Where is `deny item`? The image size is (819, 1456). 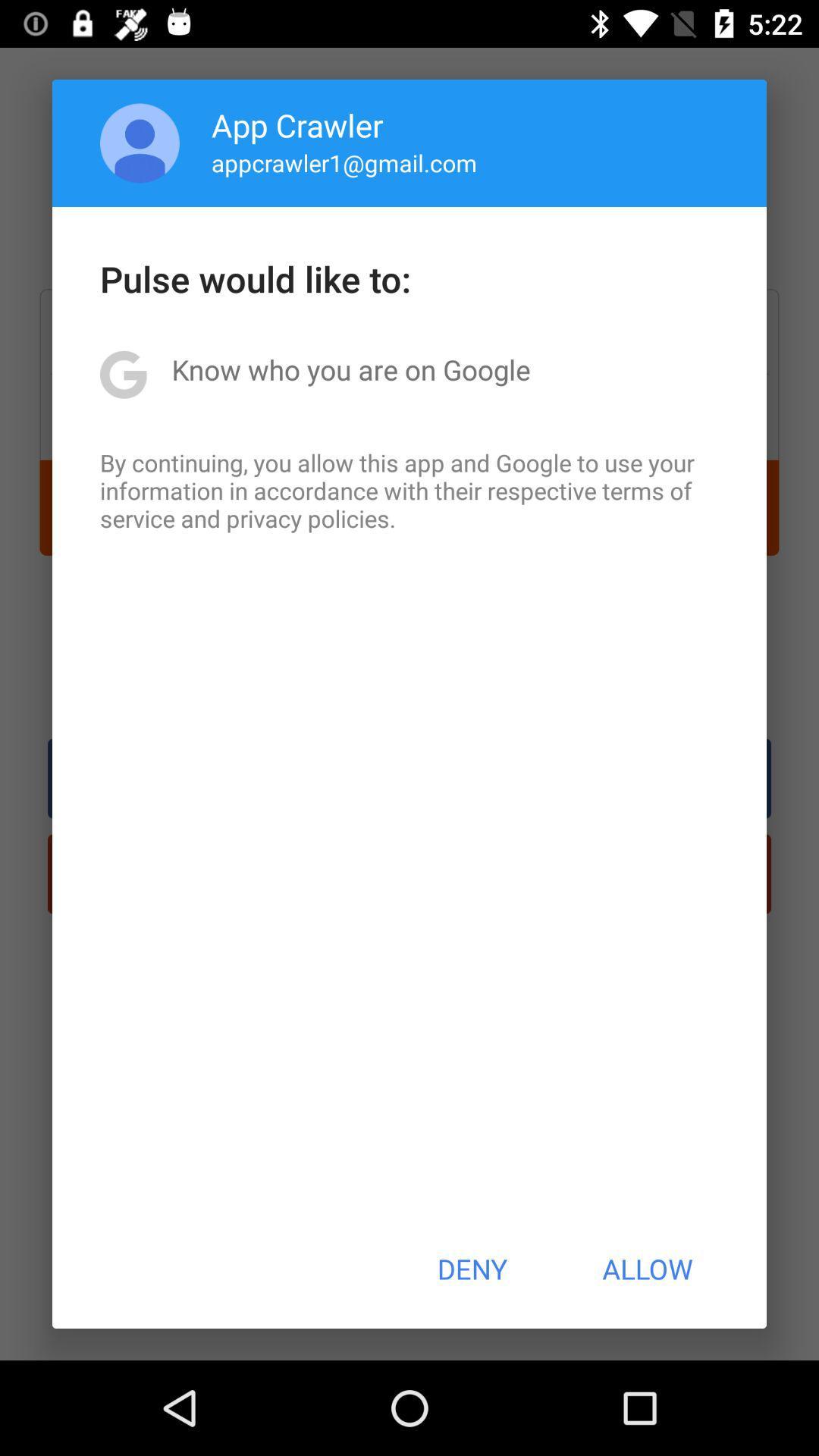
deny item is located at coordinates (471, 1269).